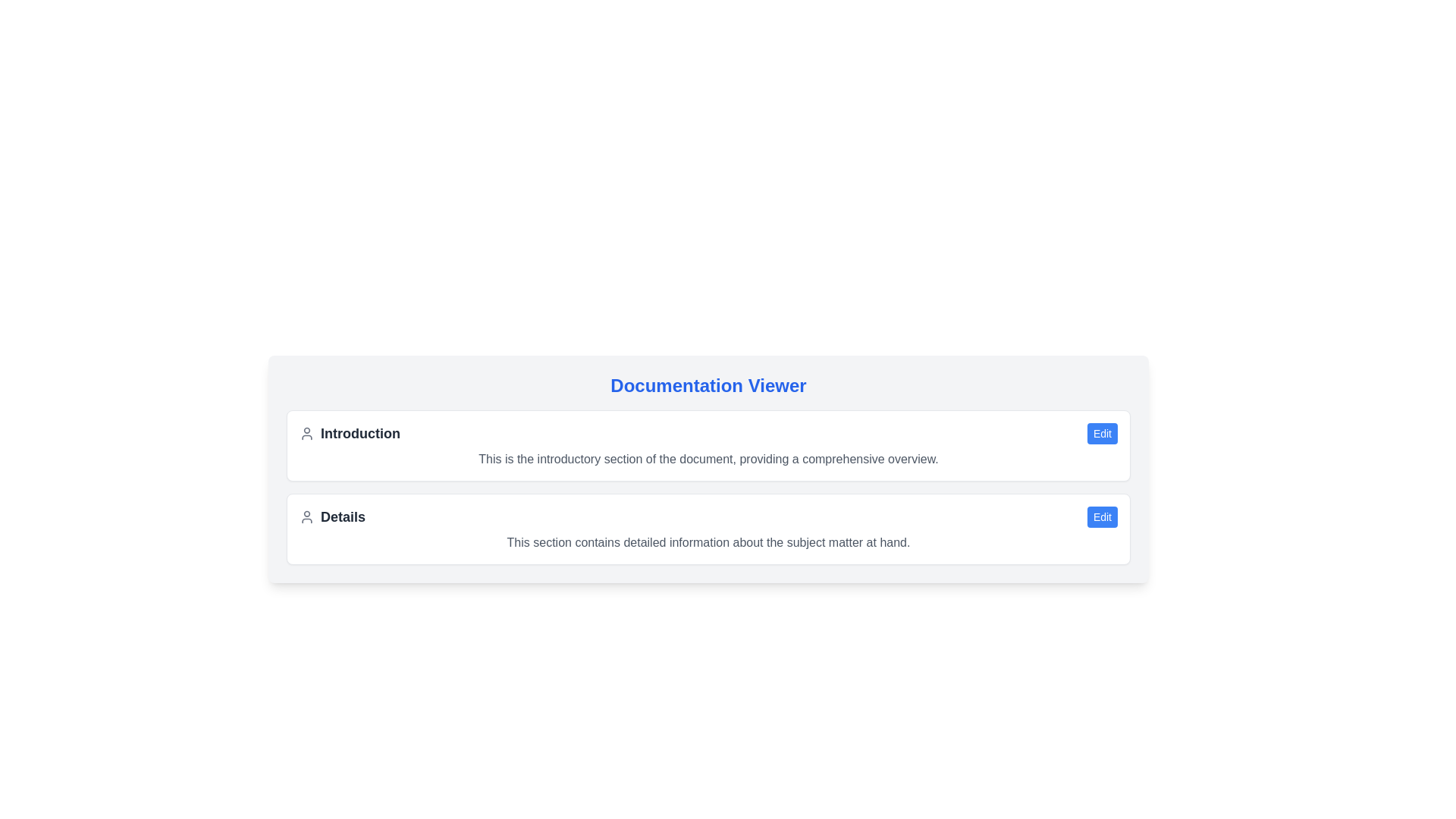 Image resolution: width=1456 pixels, height=819 pixels. I want to click on the paragraph of text styled in gray color that reads, 'This is the introductory section of the document, providing a comprehensive overview.' located below the 'Introduction' header and aligned with the 'Edit' button, so click(708, 458).